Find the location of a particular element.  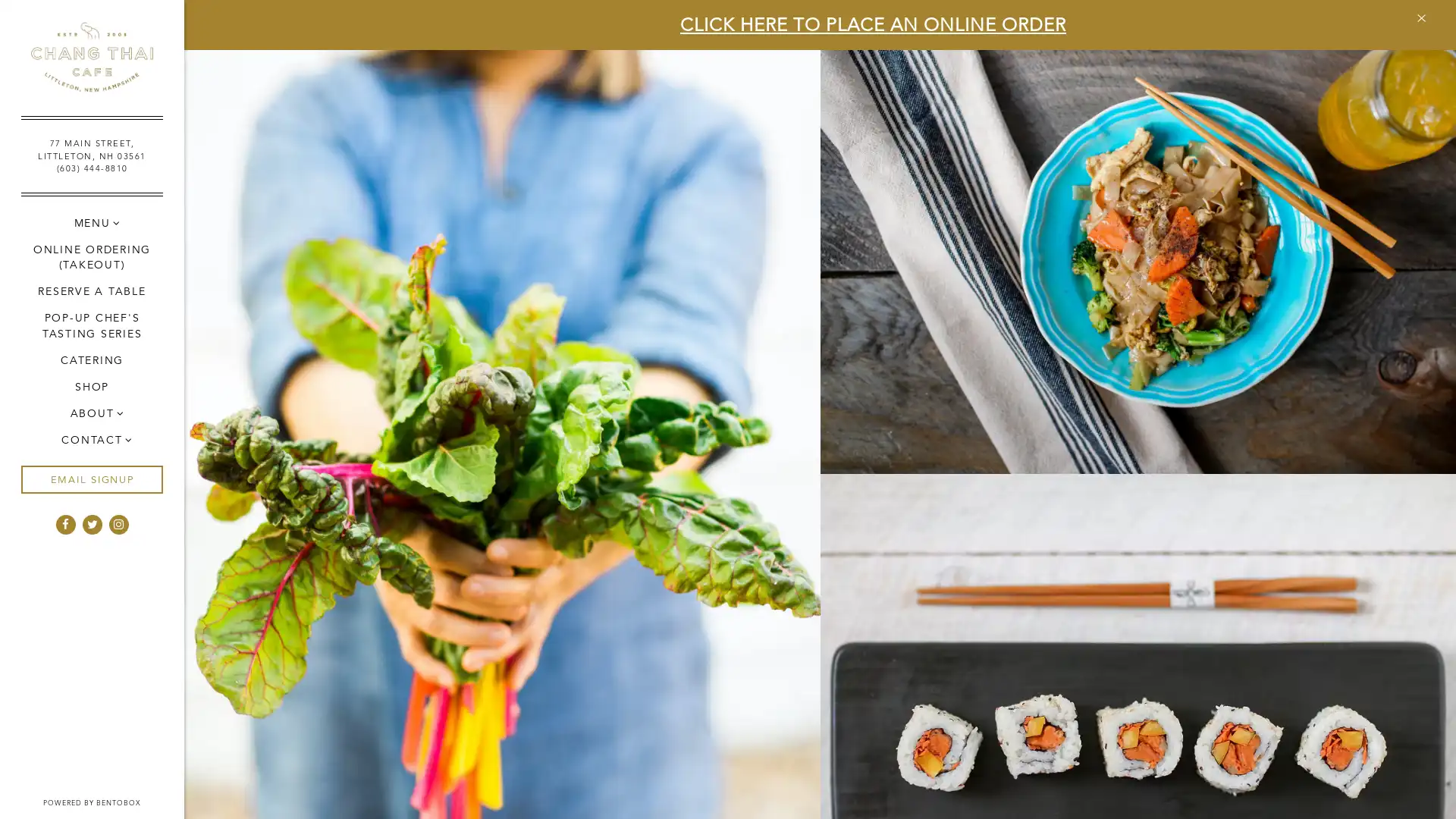

EMAIL SIGNUP is located at coordinates (90, 479).